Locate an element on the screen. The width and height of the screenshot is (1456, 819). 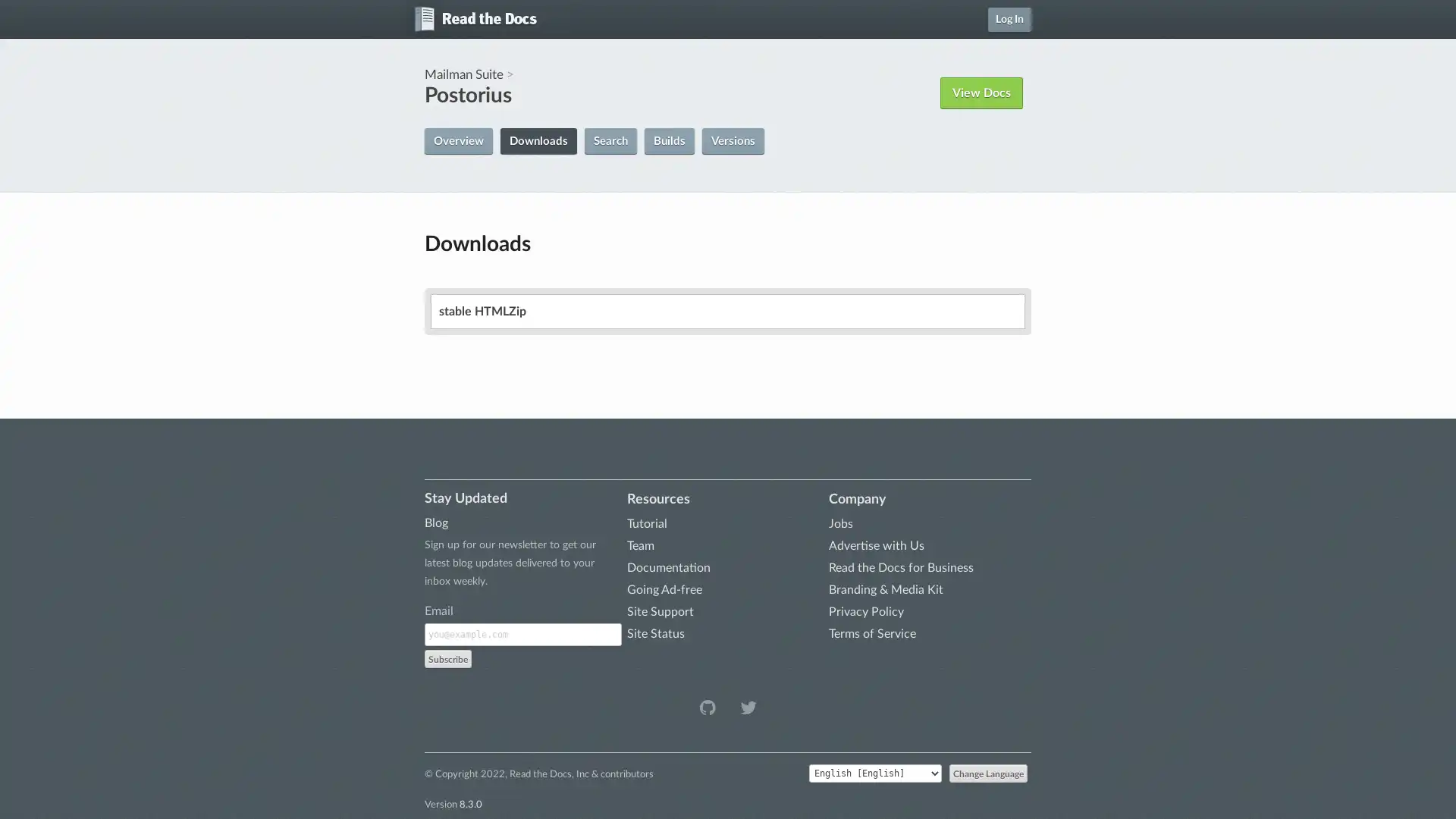
Subscribe is located at coordinates (447, 657).